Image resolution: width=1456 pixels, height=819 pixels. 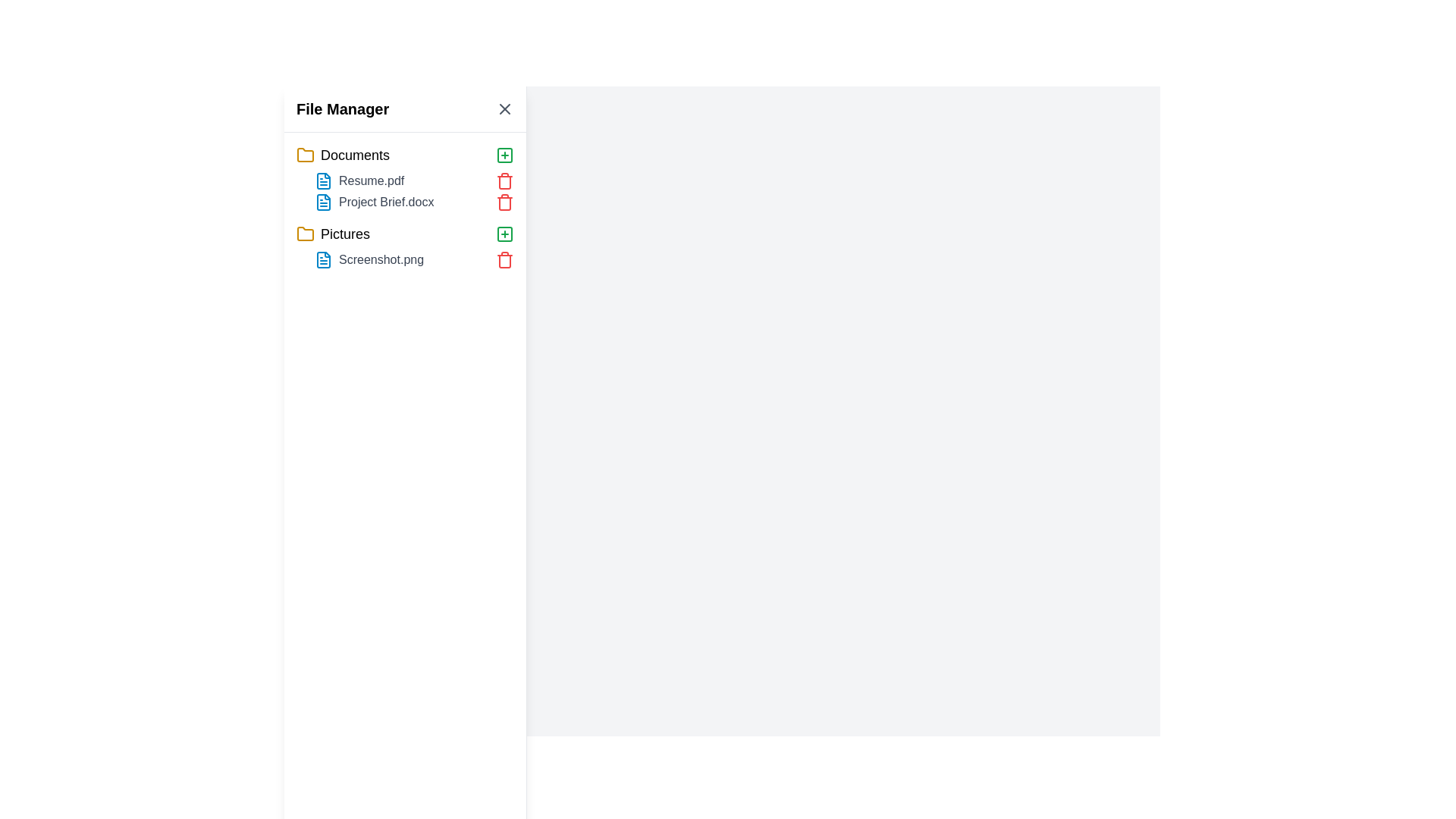 What do you see at coordinates (323, 201) in the screenshot?
I see `the document icon represented by a bold blue-stroked rectangular shape with a folded corner, positioned as the second file in the 'Documents' folder, to trigger a file-related action` at bounding box center [323, 201].